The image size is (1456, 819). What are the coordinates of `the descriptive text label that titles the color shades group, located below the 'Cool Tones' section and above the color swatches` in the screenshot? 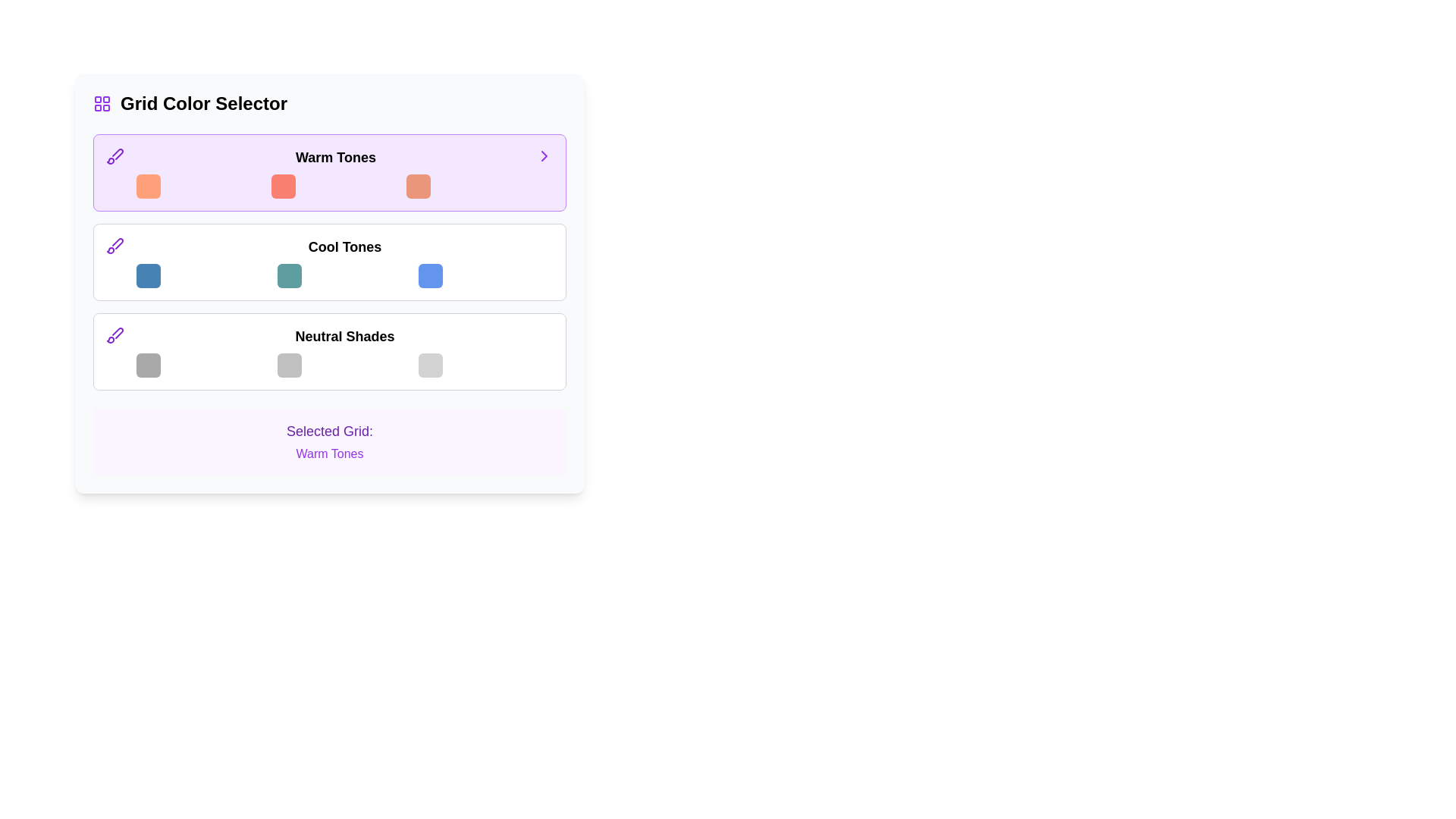 It's located at (344, 335).